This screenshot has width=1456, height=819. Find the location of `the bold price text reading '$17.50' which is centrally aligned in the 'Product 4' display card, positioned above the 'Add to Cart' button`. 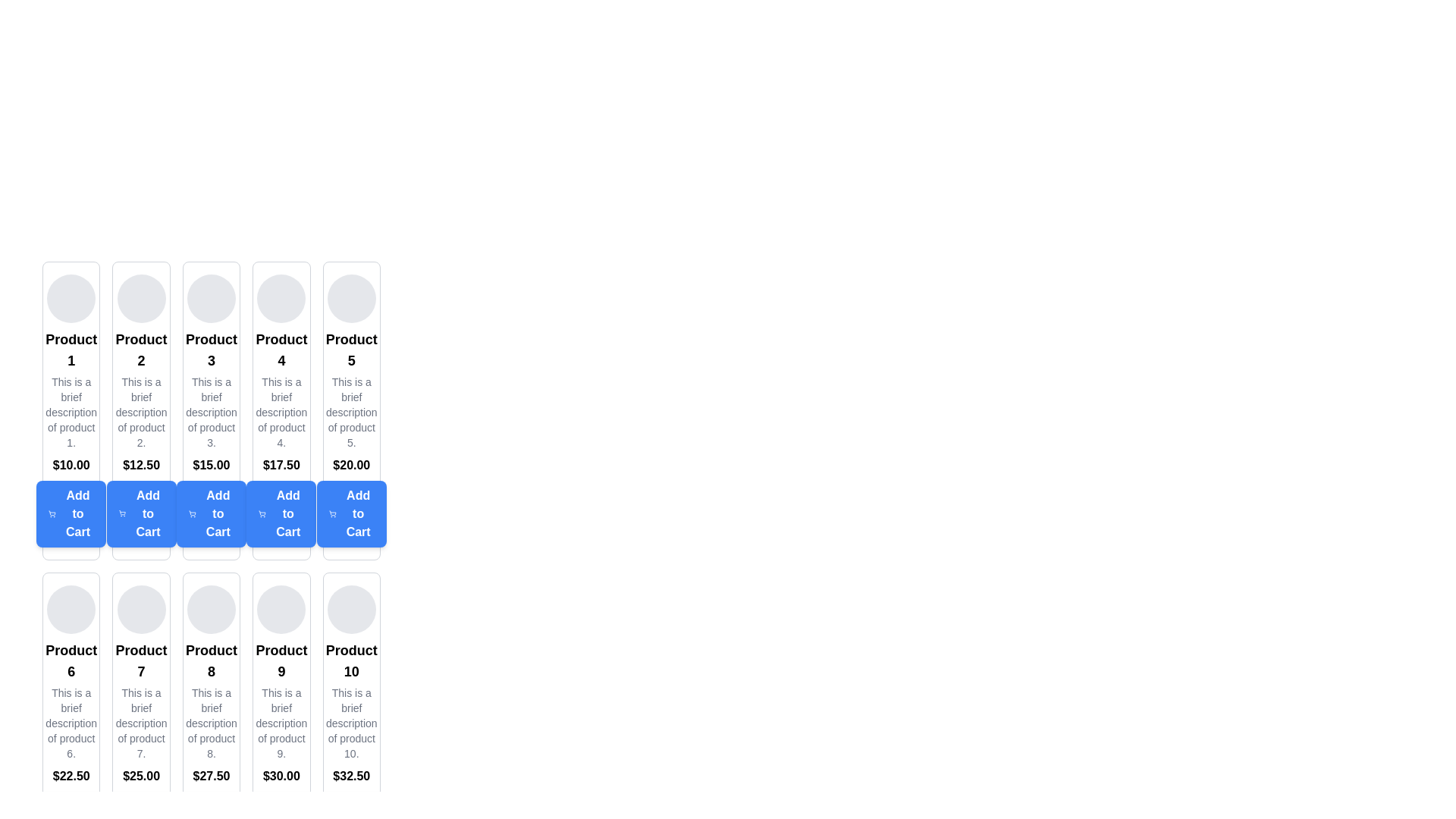

the bold price text reading '$17.50' which is centrally aligned in the 'Product 4' display card, positioned above the 'Add to Cart' button is located at coordinates (281, 464).